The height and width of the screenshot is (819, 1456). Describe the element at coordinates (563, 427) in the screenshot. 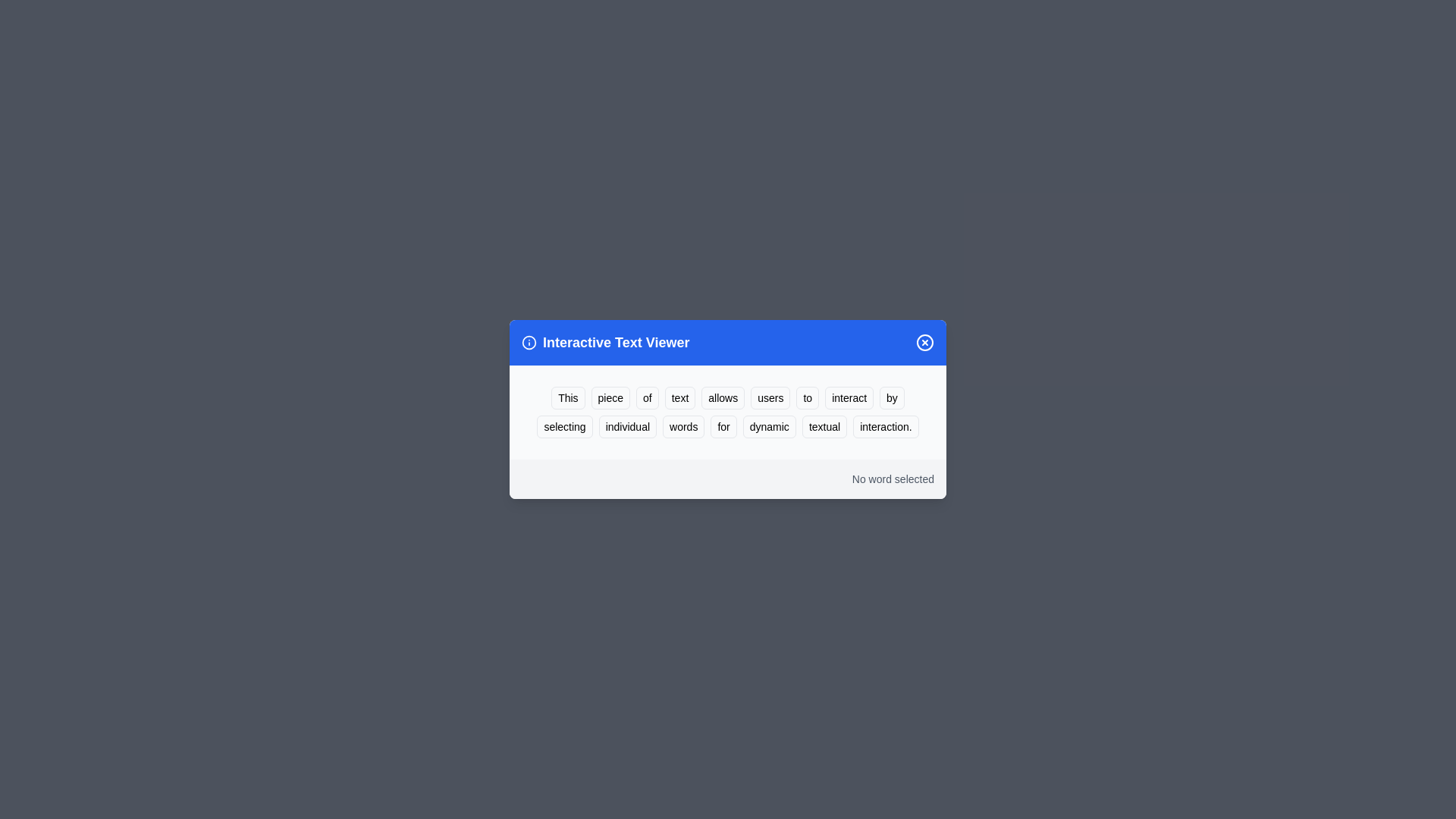

I see `the word 'selecting' to highlight it` at that location.